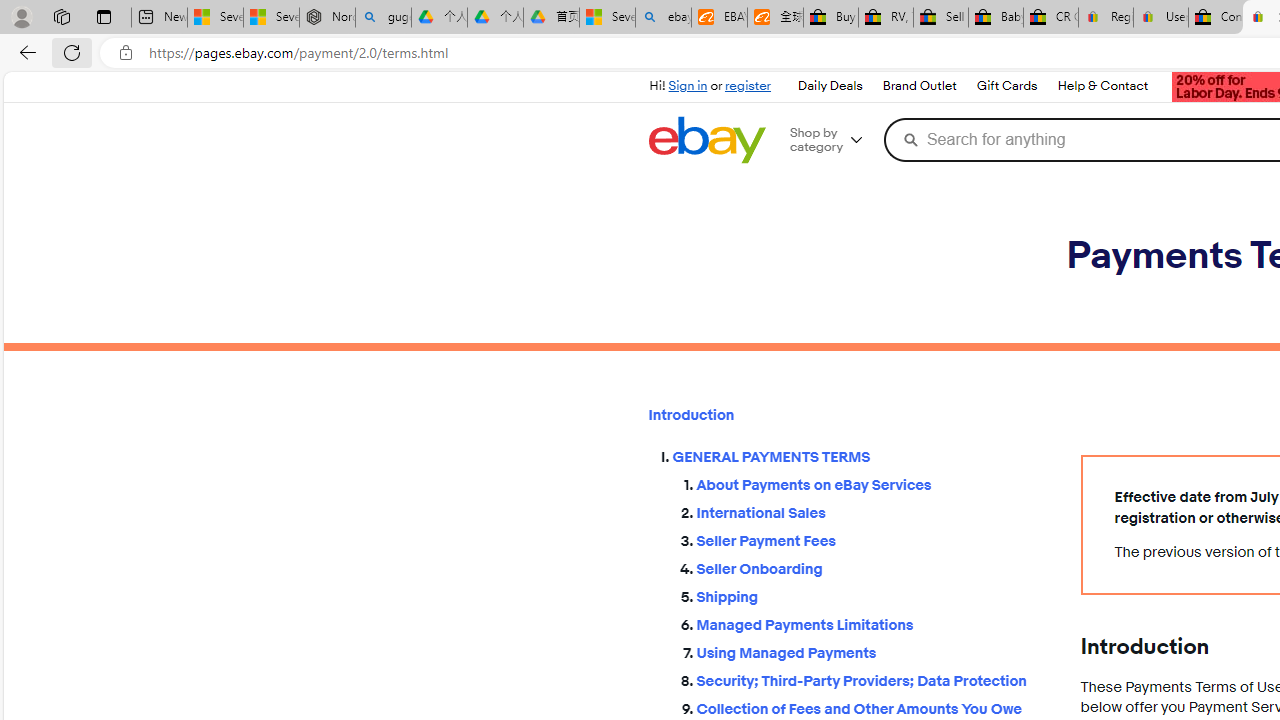 The image size is (1280, 720). What do you see at coordinates (918, 86) in the screenshot?
I see `'Brand Outlet'` at bounding box center [918, 86].